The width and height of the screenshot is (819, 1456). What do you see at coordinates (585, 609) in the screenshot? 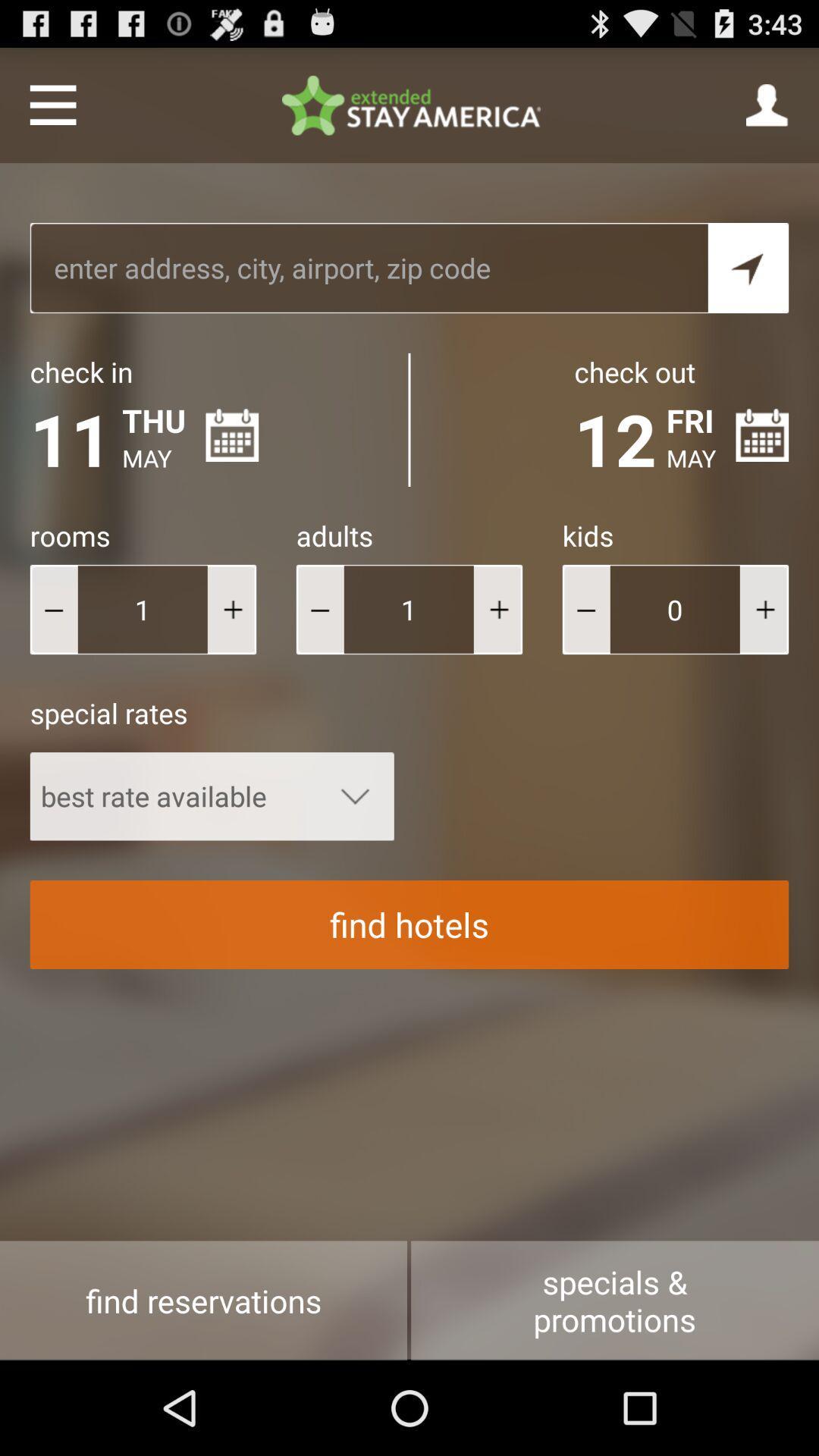
I see `back` at bounding box center [585, 609].